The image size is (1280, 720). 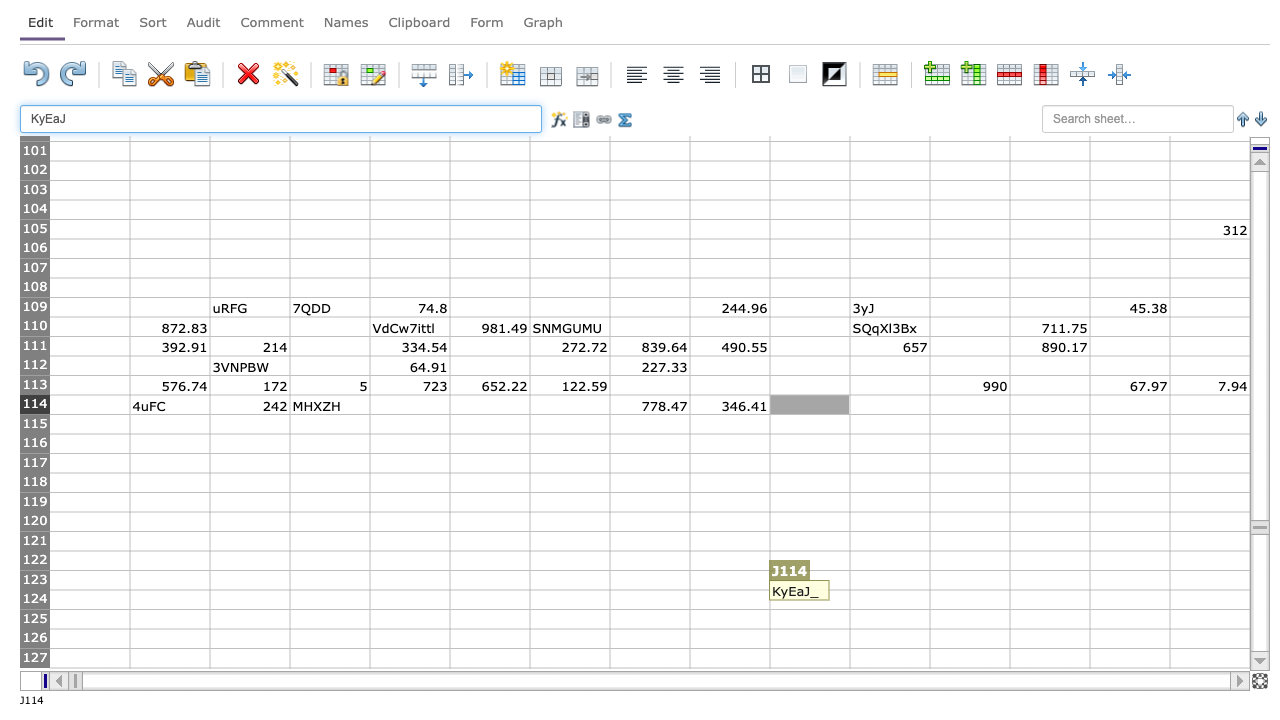 What do you see at coordinates (888, 598) in the screenshot?
I see `Col: K, Row: 124` at bounding box center [888, 598].